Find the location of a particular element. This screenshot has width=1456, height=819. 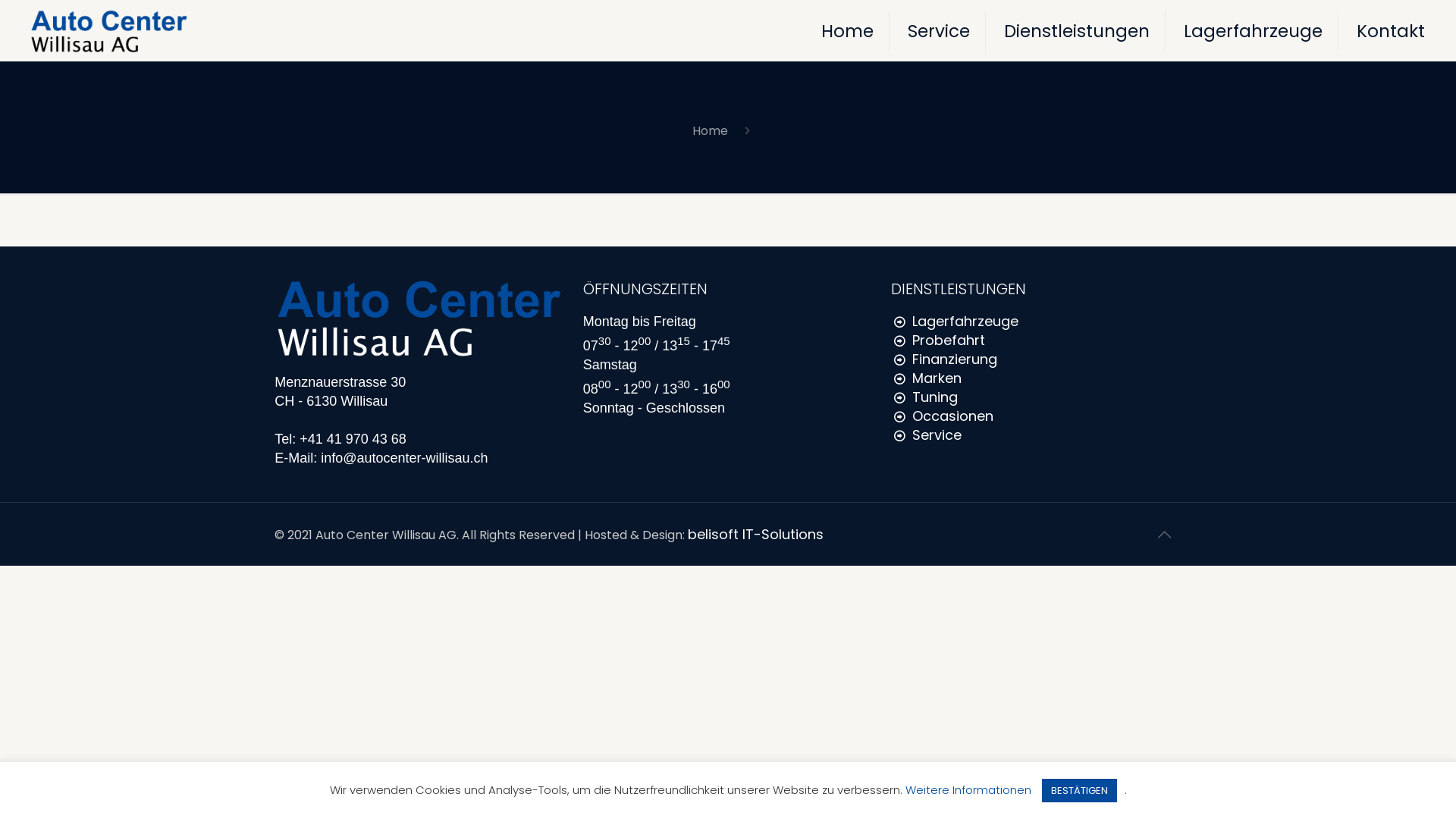

'Home' is located at coordinates (847, 31).